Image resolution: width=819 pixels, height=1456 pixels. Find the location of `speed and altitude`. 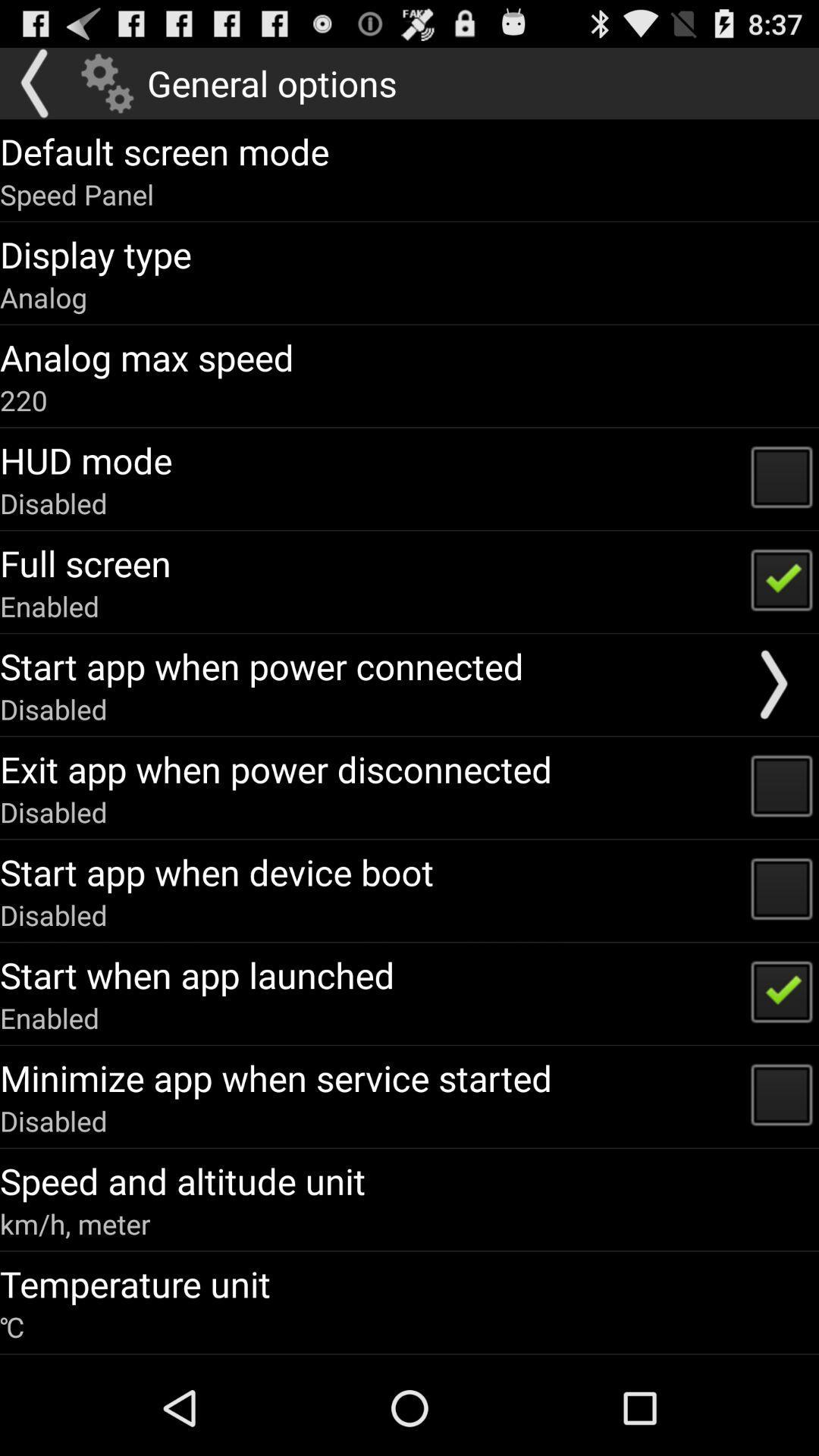

speed and altitude is located at coordinates (182, 1180).